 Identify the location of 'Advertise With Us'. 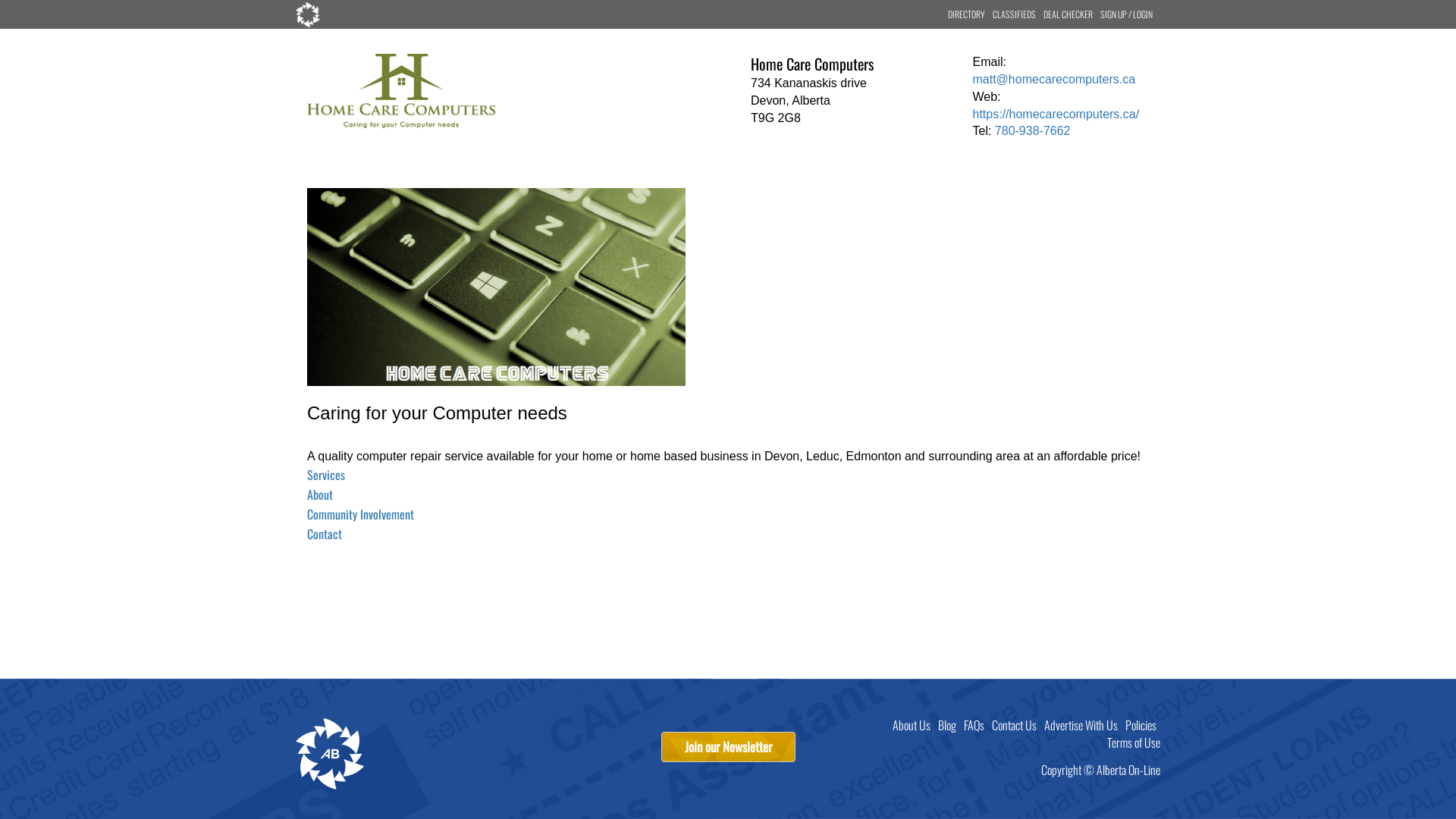
(1080, 724).